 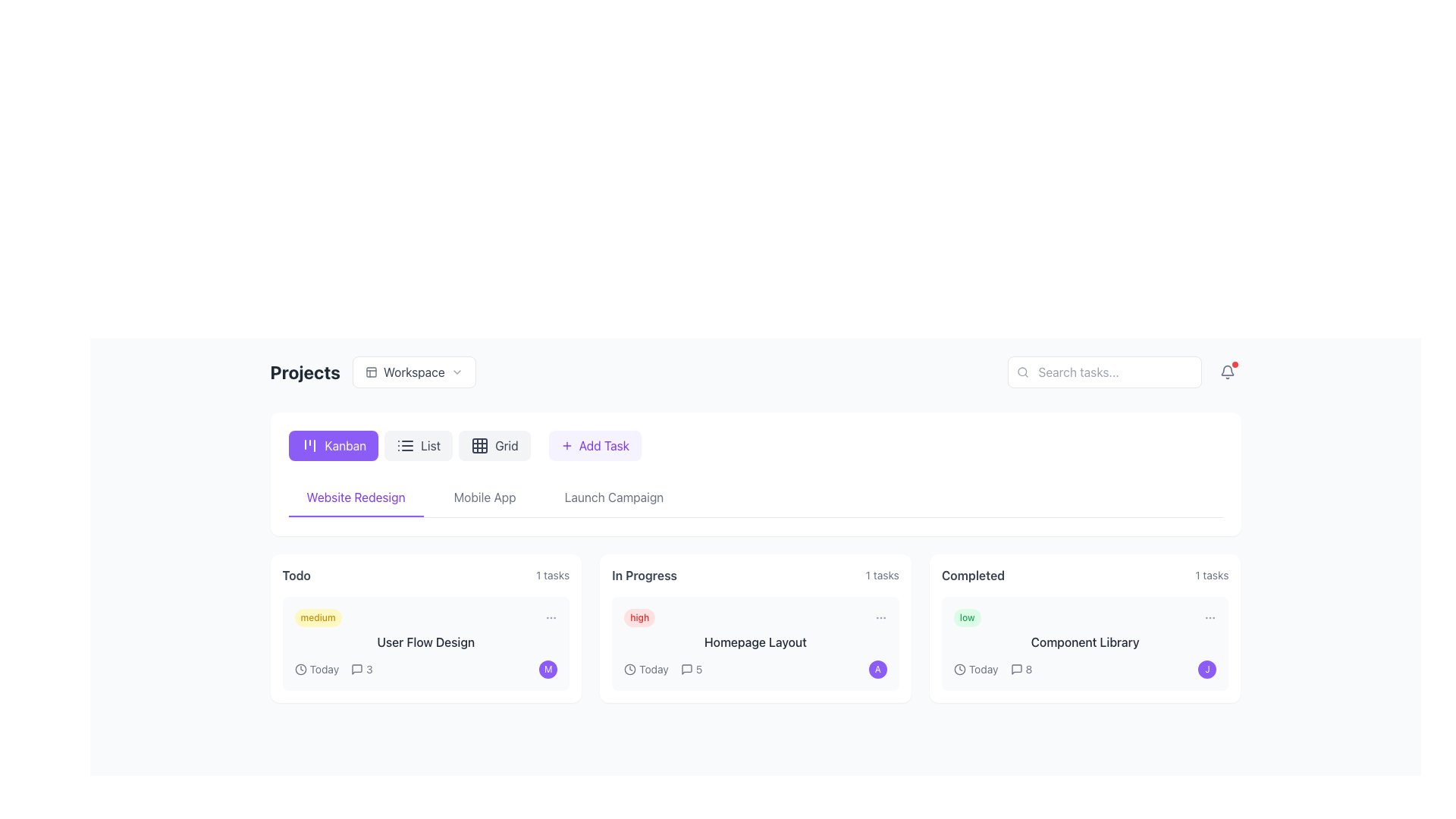 I want to click on the status indicator badge located in the 'In Progress' column of the Kanban board, specifically near the top left corner of the card labeled 'Homepage Layout', so click(x=639, y=617).